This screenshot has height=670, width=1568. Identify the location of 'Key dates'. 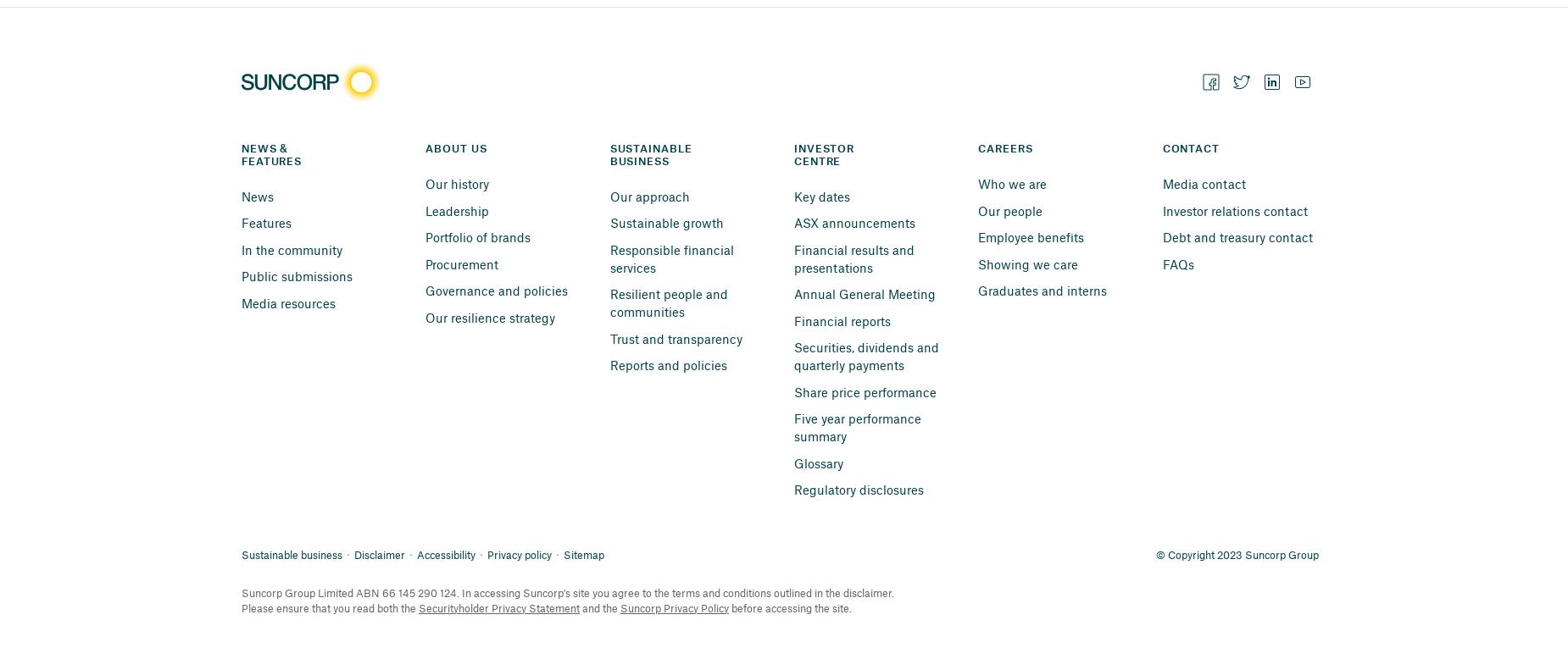
(820, 194).